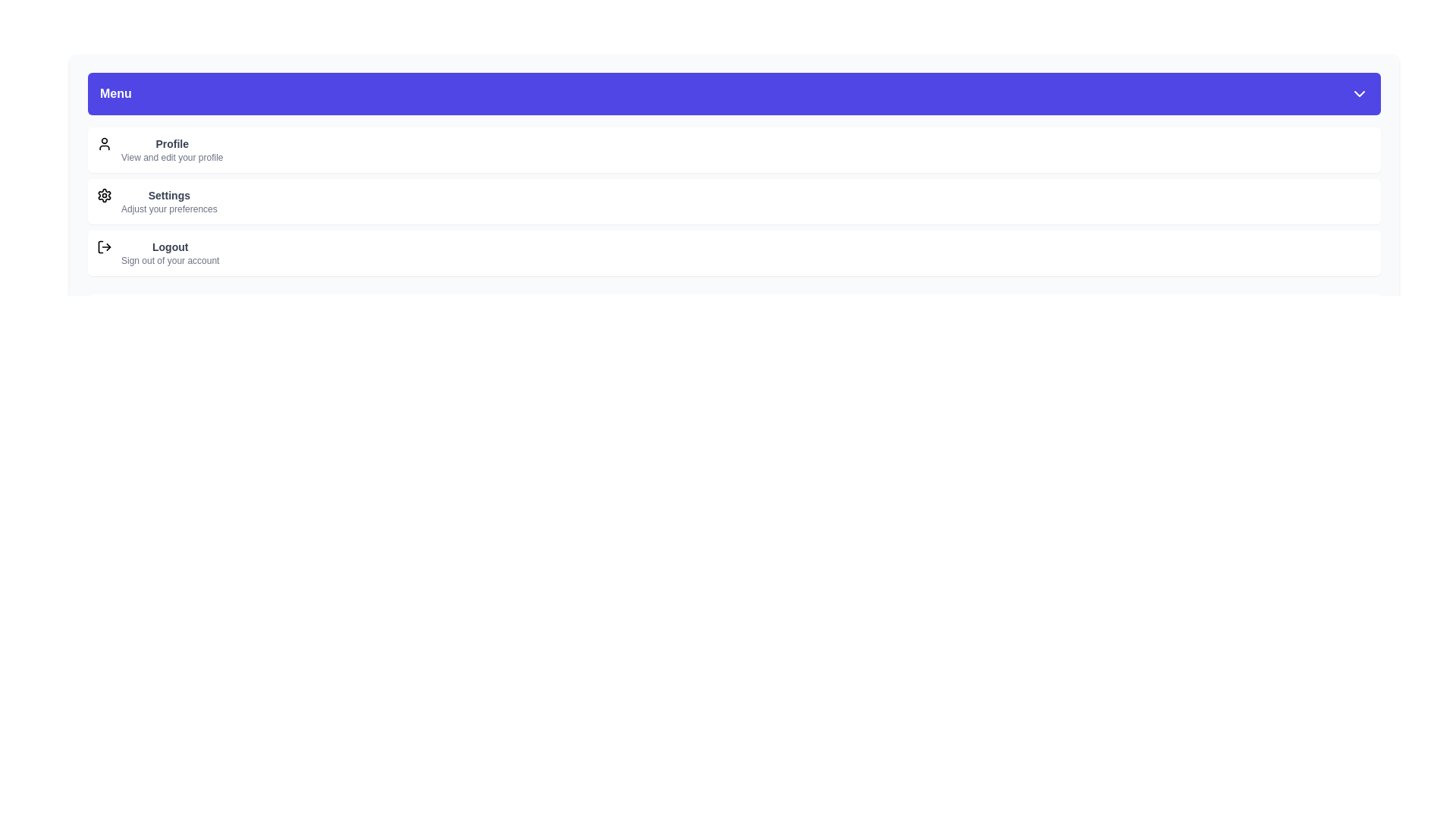 This screenshot has width=1456, height=819. I want to click on the menu item labeled Logout to select it, so click(734, 253).